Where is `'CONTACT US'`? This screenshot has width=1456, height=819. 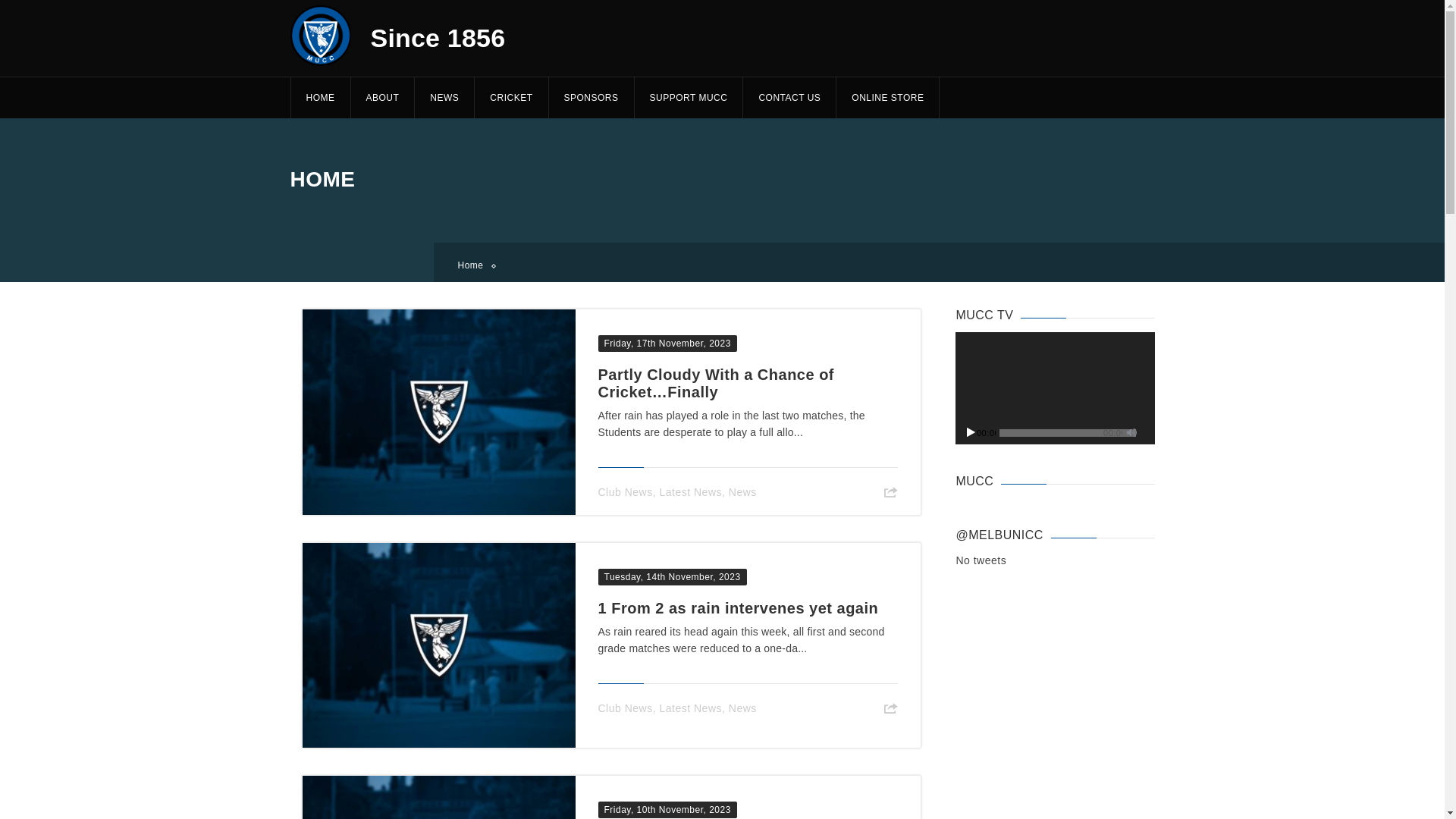 'CONTACT US' is located at coordinates (789, 97).